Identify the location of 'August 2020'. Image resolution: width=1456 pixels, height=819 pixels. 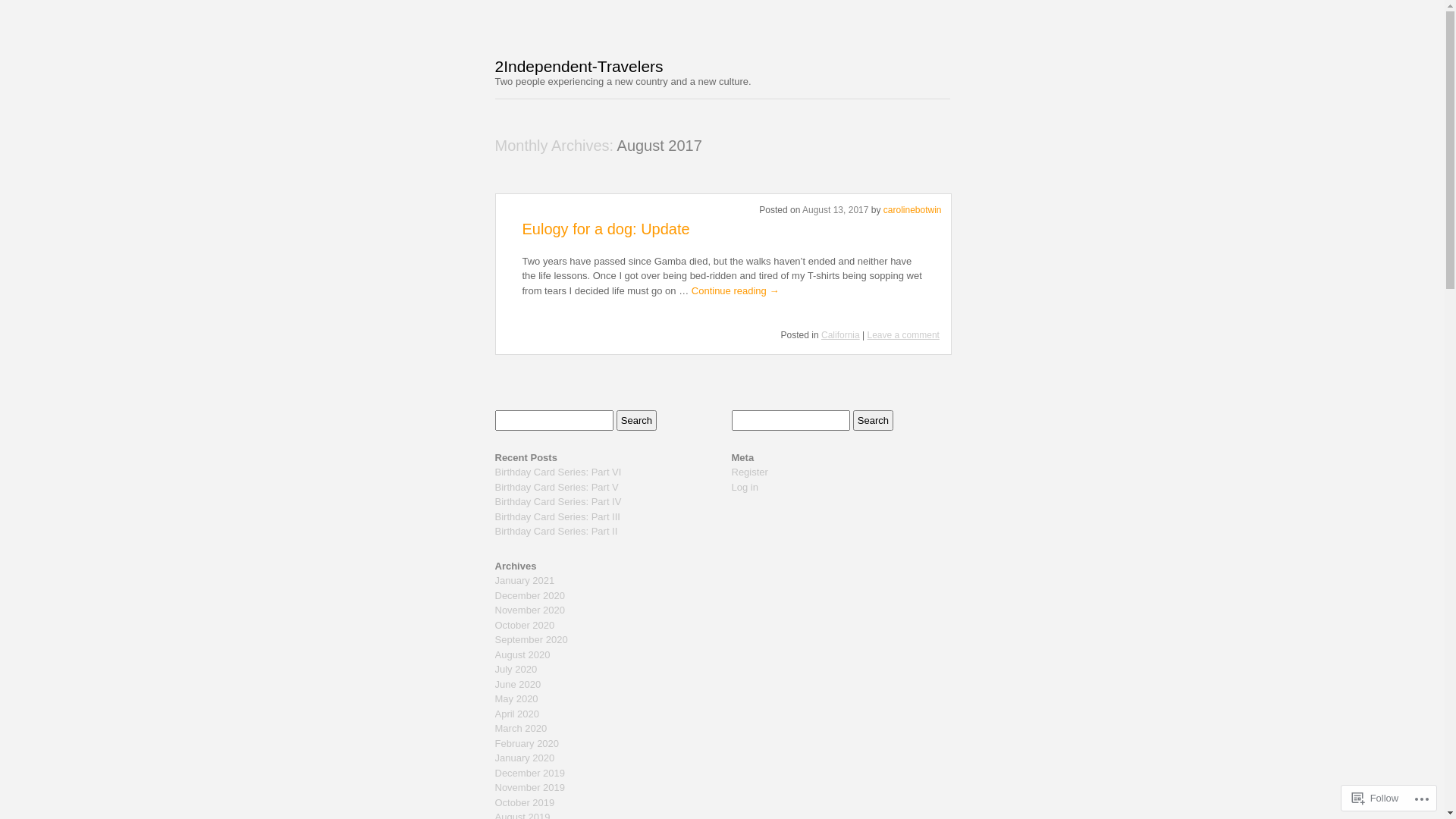
(494, 654).